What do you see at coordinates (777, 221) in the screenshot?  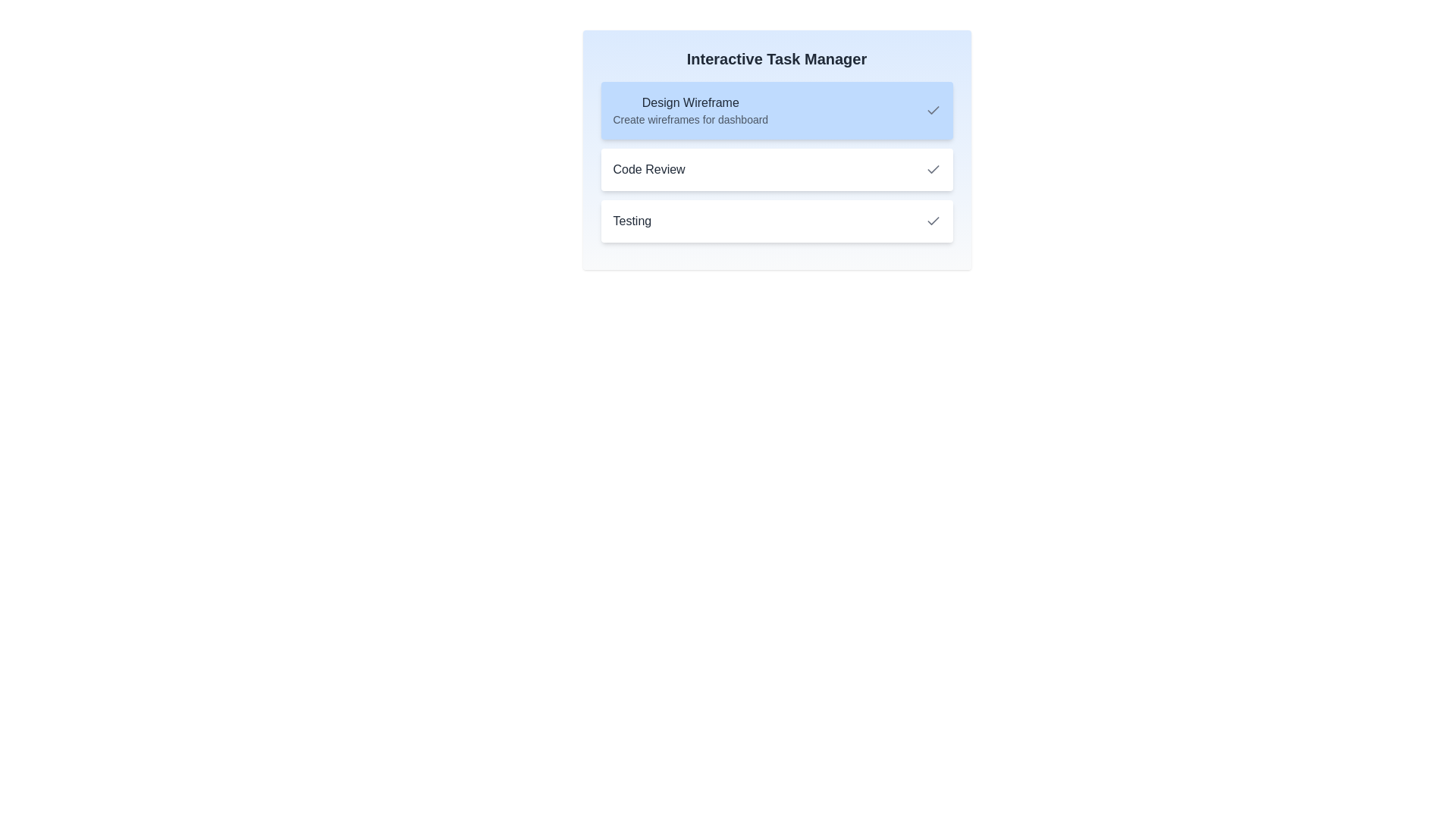 I see `the task 'Testing' to view its details` at bounding box center [777, 221].